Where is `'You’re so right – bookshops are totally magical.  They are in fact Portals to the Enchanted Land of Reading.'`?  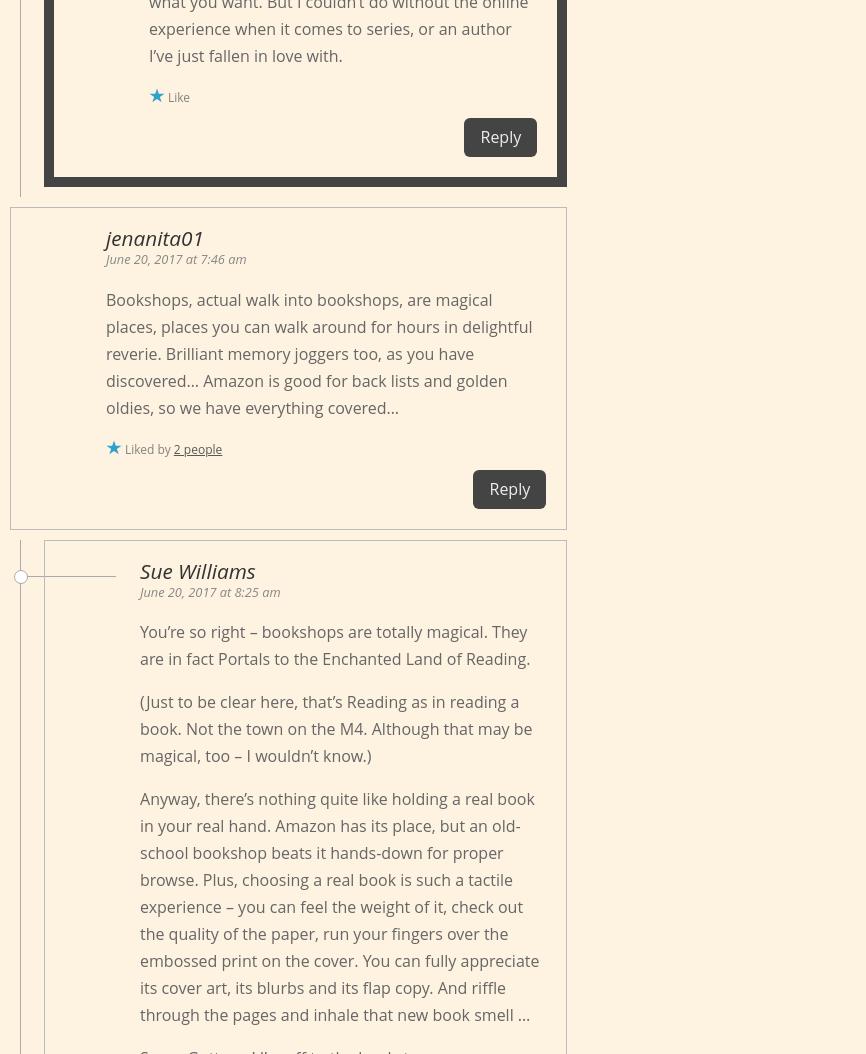
'You’re so right – bookshops are totally magical.  They are in fact Portals to the Enchanted Land of Reading.' is located at coordinates (333, 645).